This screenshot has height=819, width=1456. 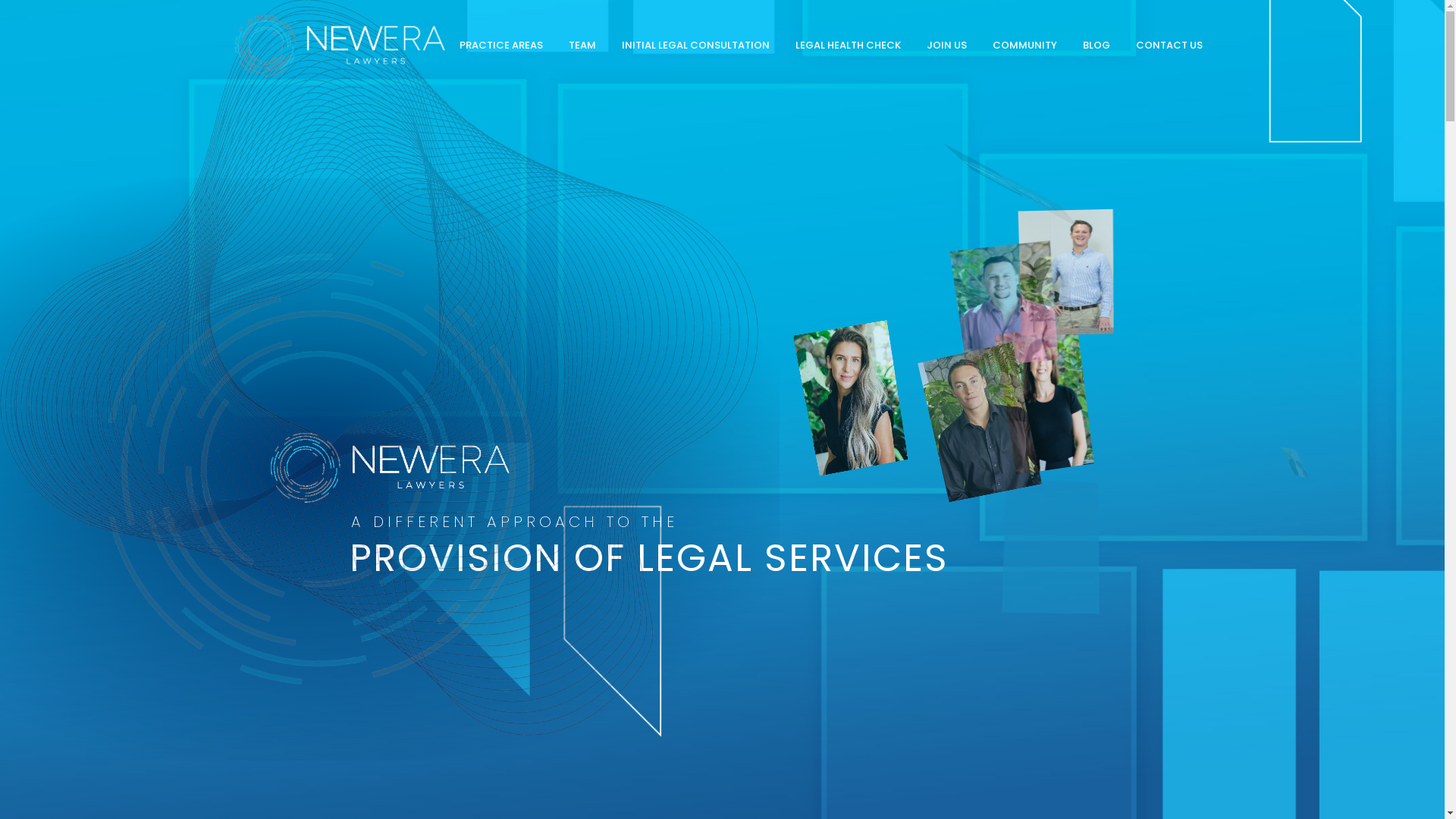 What do you see at coordinates (1025, 45) in the screenshot?
I see `'COMMUNITY'` at bounding box center [1025, 45].